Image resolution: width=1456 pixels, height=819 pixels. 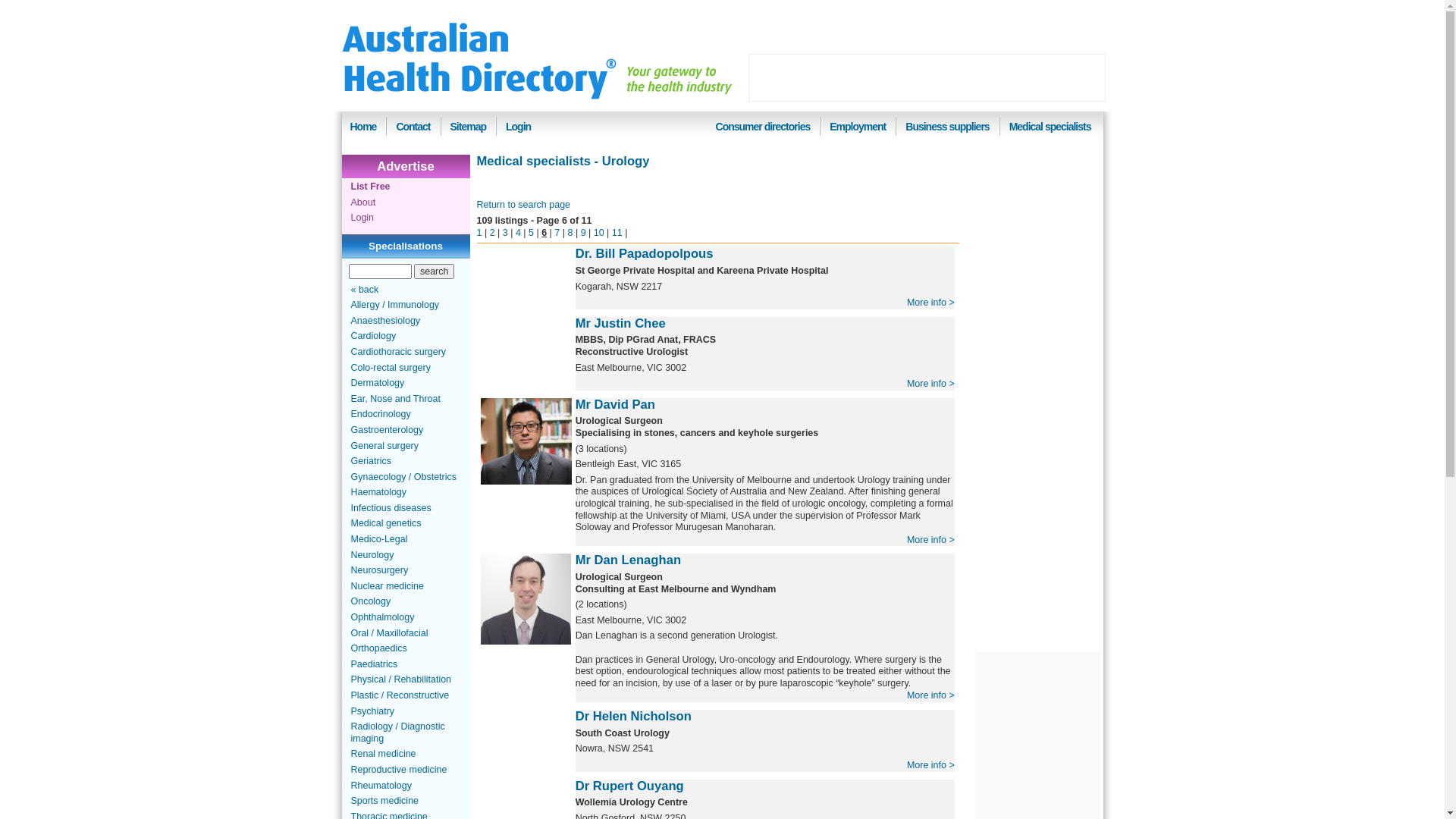 What do you see at coordinates (372, 335) in the screenshot?
I see `'Cardiology'` at bounding box center [372, 335].